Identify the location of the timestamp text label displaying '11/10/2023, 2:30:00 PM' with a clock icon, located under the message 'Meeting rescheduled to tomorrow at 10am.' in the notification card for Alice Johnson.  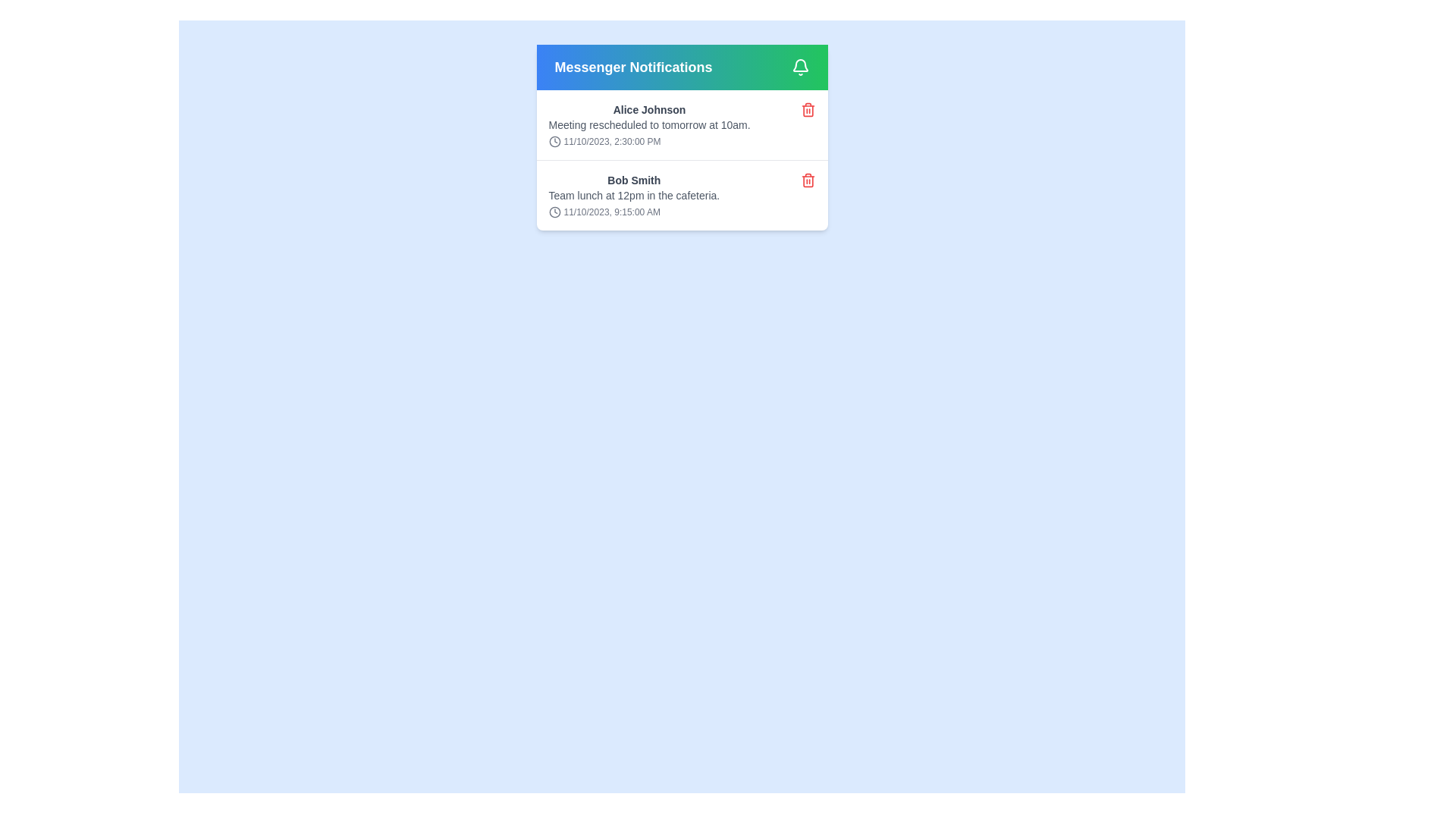
(649, 141).